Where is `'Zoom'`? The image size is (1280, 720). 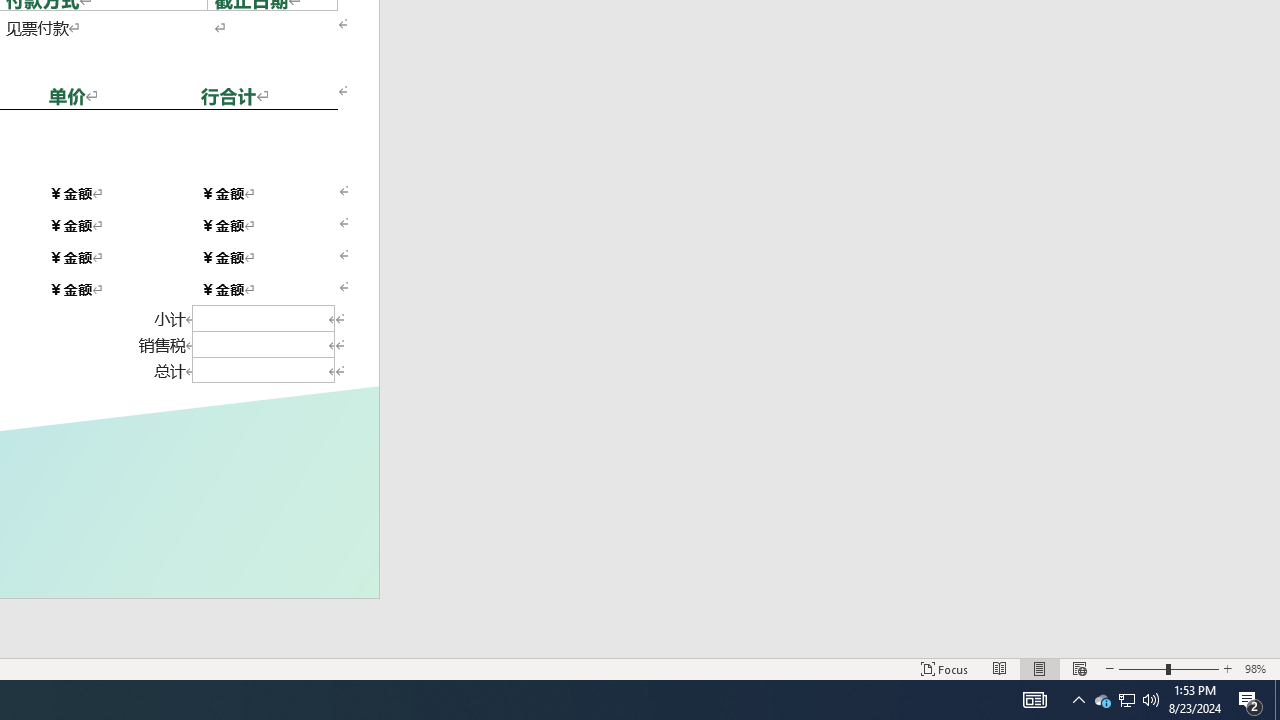 'Zoom' is located at coordinates (1168, 669).